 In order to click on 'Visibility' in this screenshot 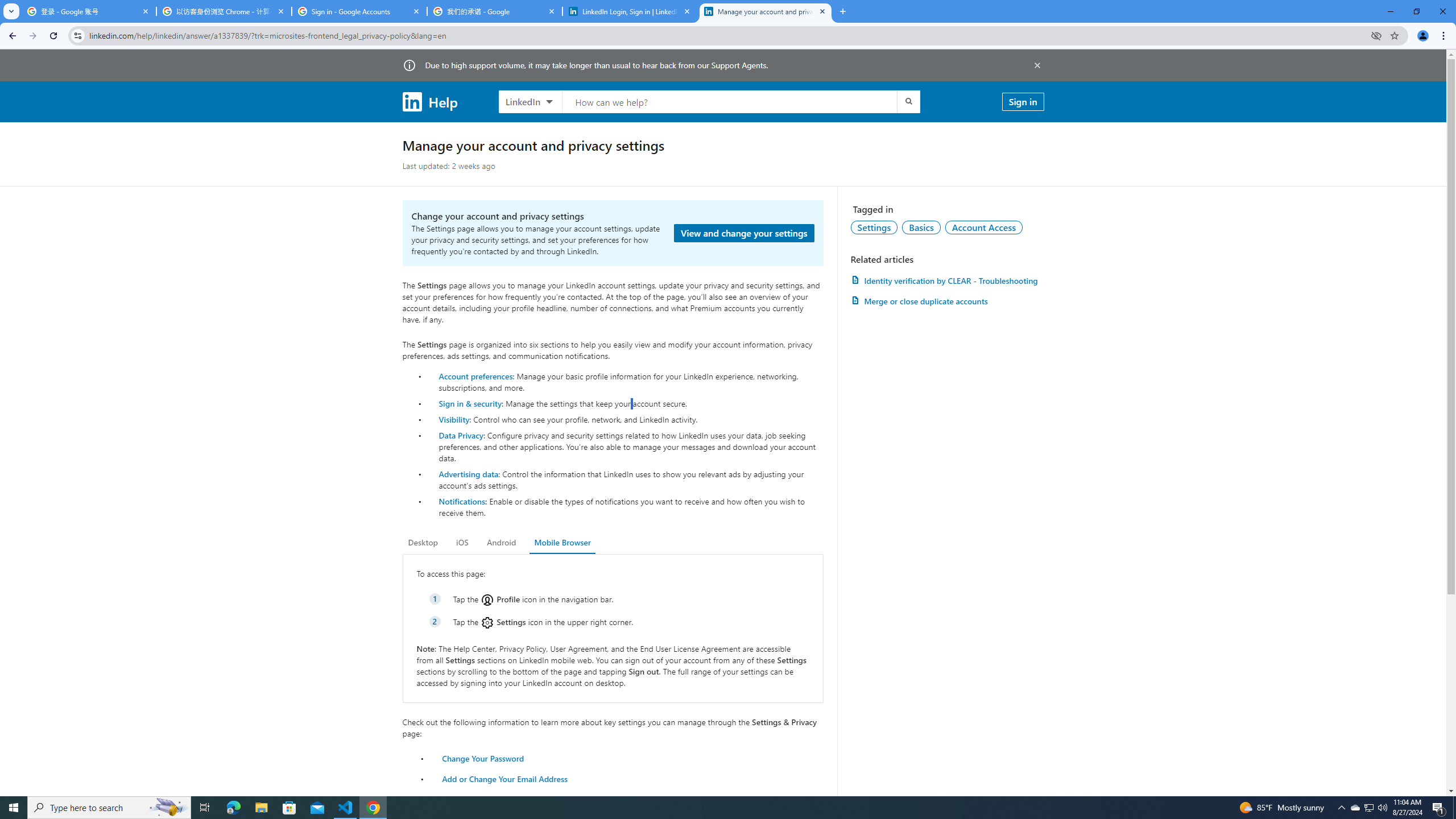, I will do `click(454, 419)`.